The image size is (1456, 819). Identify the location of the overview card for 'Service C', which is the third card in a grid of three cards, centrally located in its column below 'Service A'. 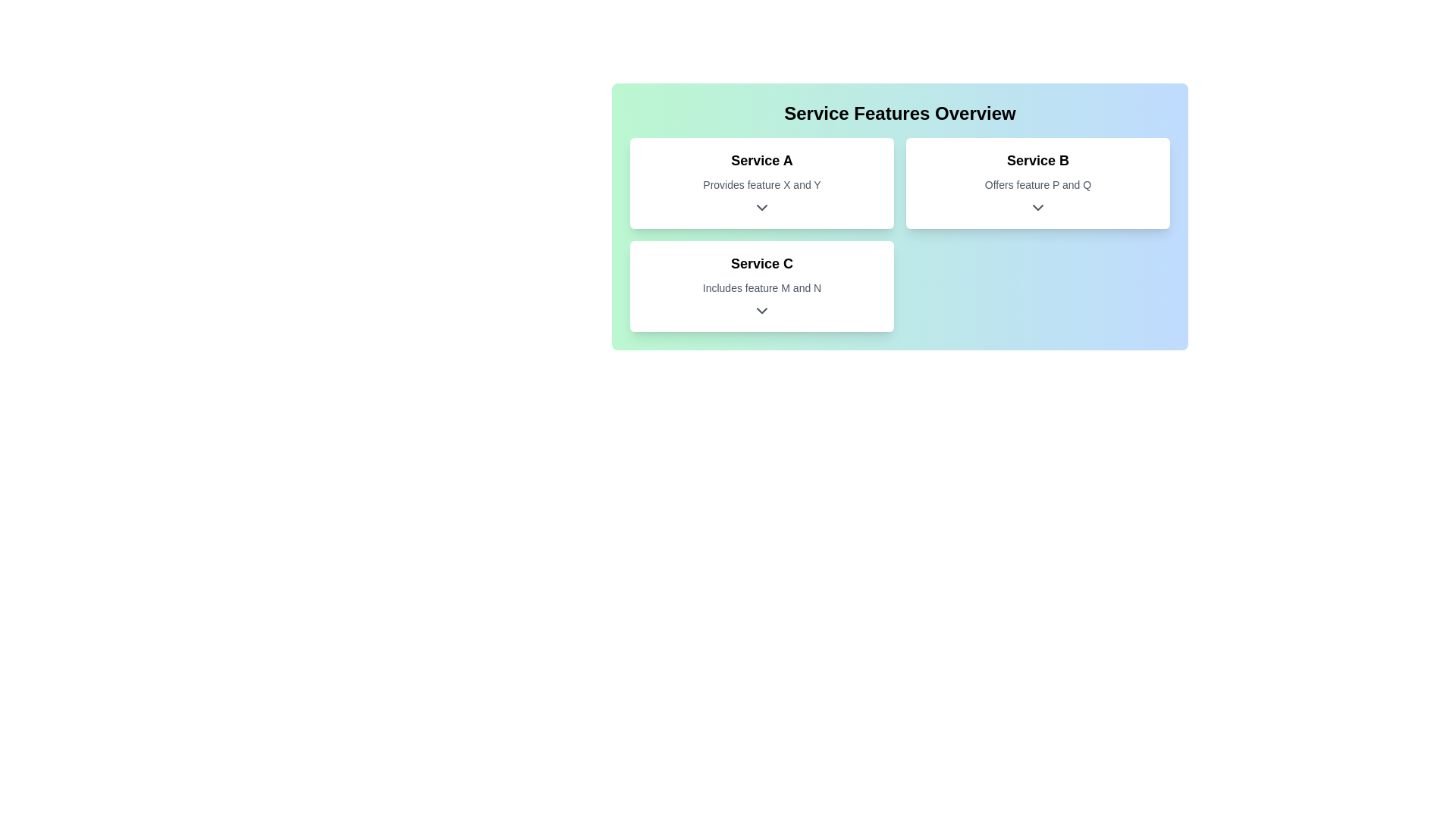
(761, 287).